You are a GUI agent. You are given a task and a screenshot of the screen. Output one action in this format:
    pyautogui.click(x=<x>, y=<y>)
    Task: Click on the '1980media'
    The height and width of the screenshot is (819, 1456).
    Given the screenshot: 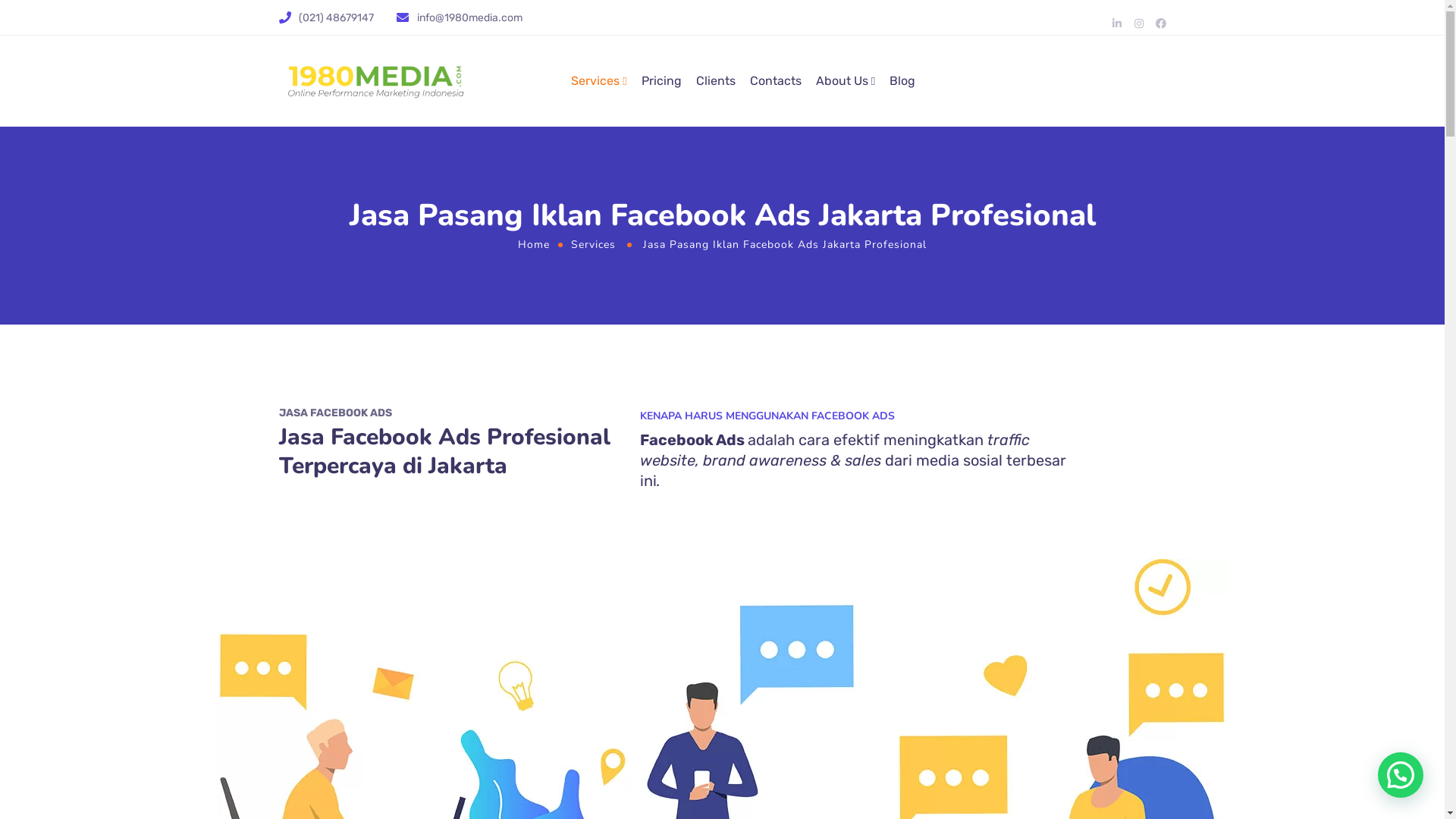 What is the action you would take?
    pyautogui.click(x=279, y=81)
    